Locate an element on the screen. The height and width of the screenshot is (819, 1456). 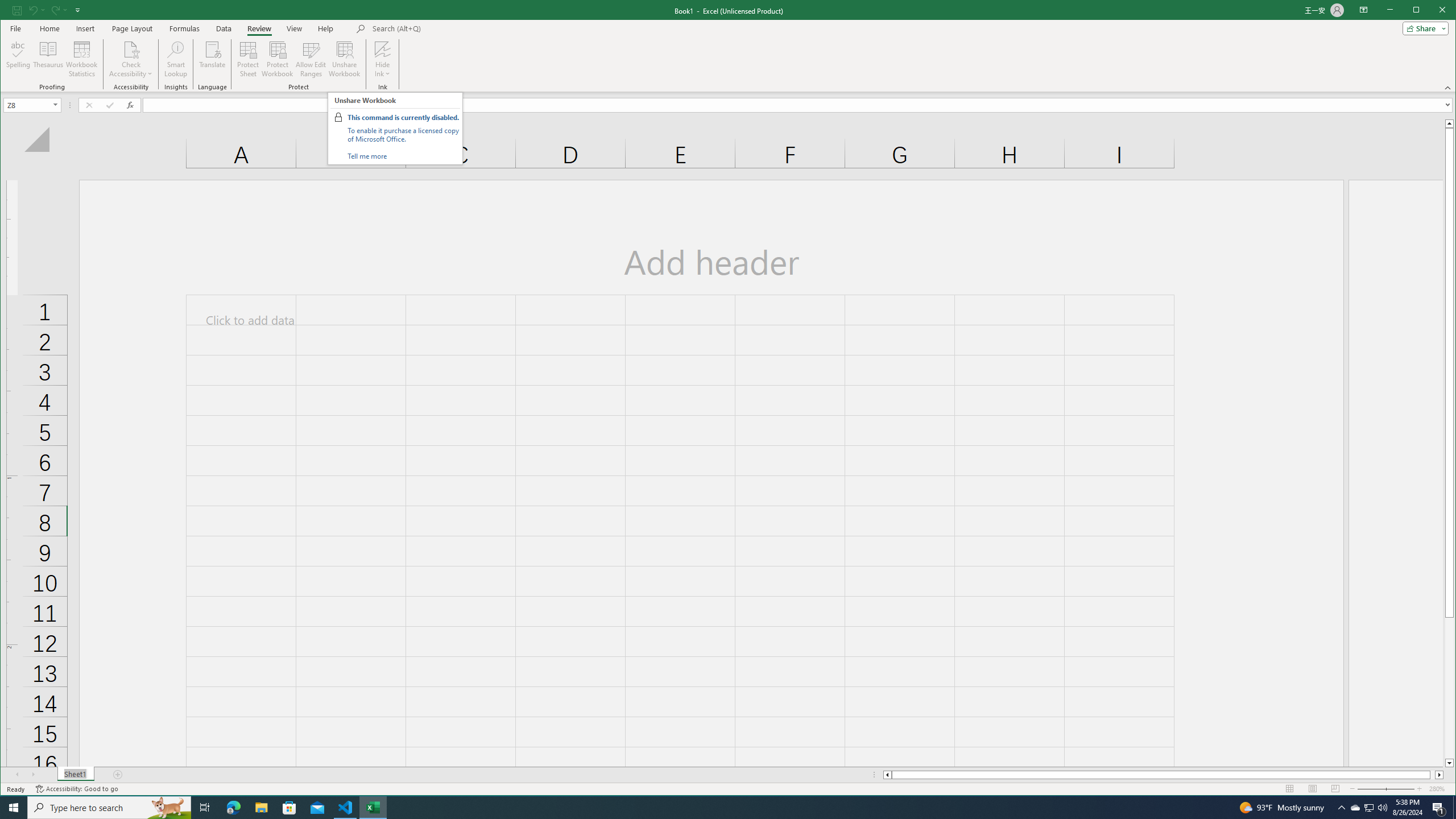
'User Promoted Notification Area' is located at coordinates (1368, 806).